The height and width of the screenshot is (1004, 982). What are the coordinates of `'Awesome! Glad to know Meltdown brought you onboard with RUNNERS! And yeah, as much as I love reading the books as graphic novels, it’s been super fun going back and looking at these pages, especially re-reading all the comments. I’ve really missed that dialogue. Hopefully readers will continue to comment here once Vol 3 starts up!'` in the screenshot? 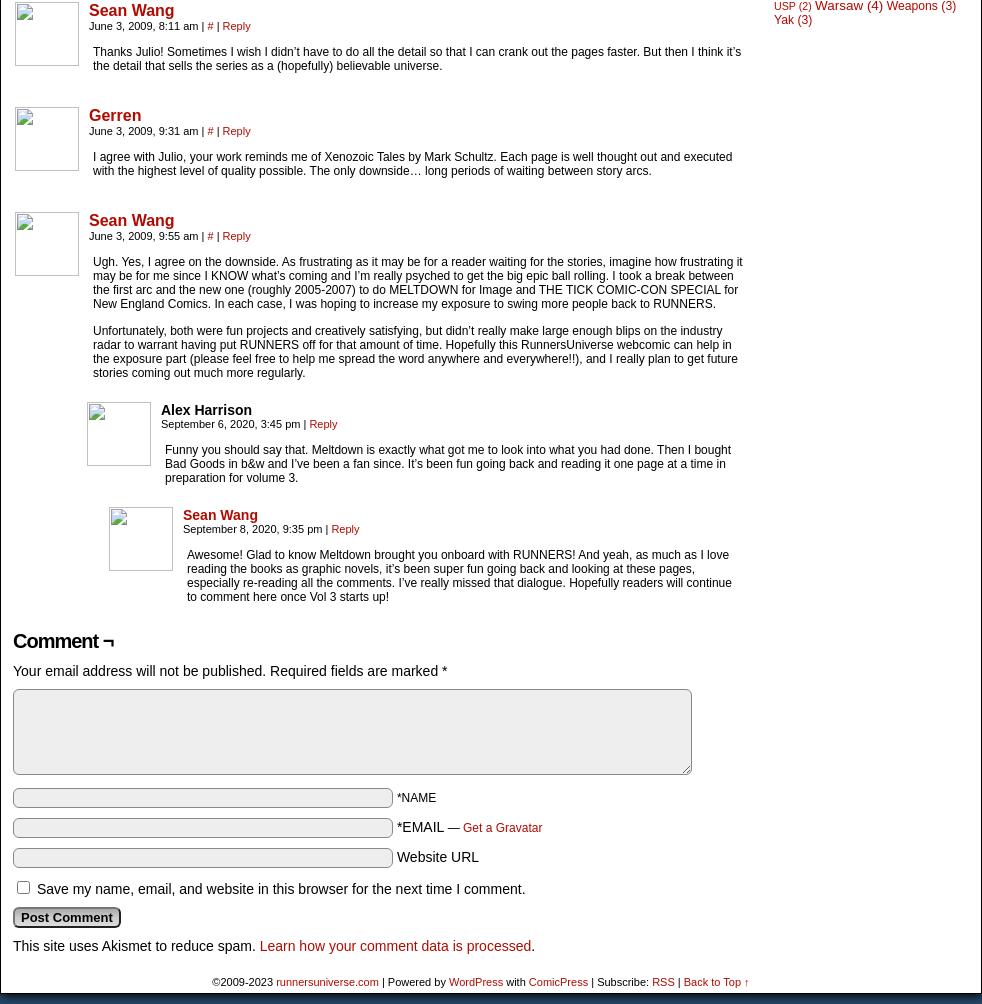 It's located at (185, 574).